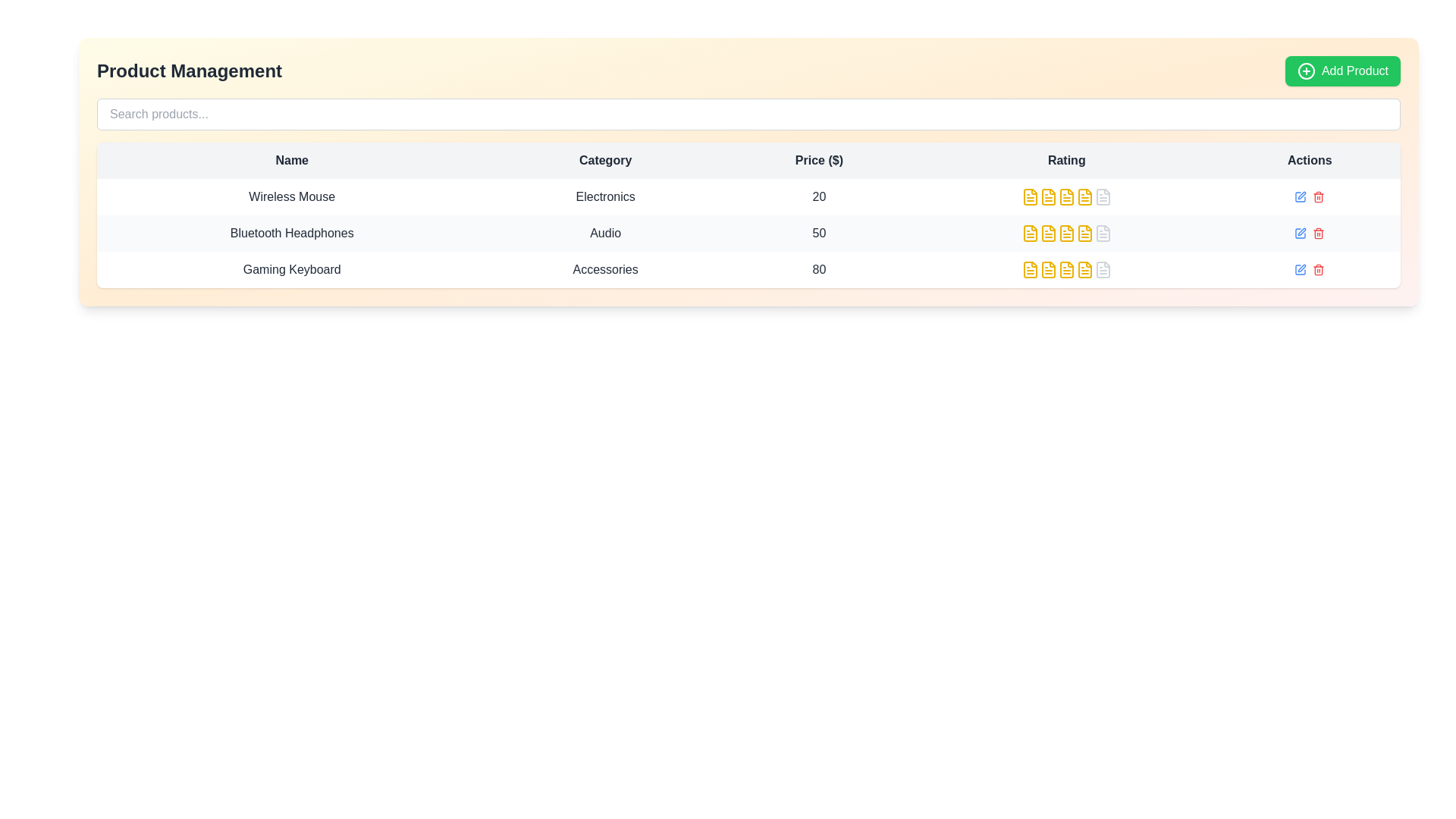 The image size is (1456, 819). Describe the element at coordinates (1103, 268) in the screenshot. I see `the fifth icon in the last row of the table under the 'Rating' column` at that location.